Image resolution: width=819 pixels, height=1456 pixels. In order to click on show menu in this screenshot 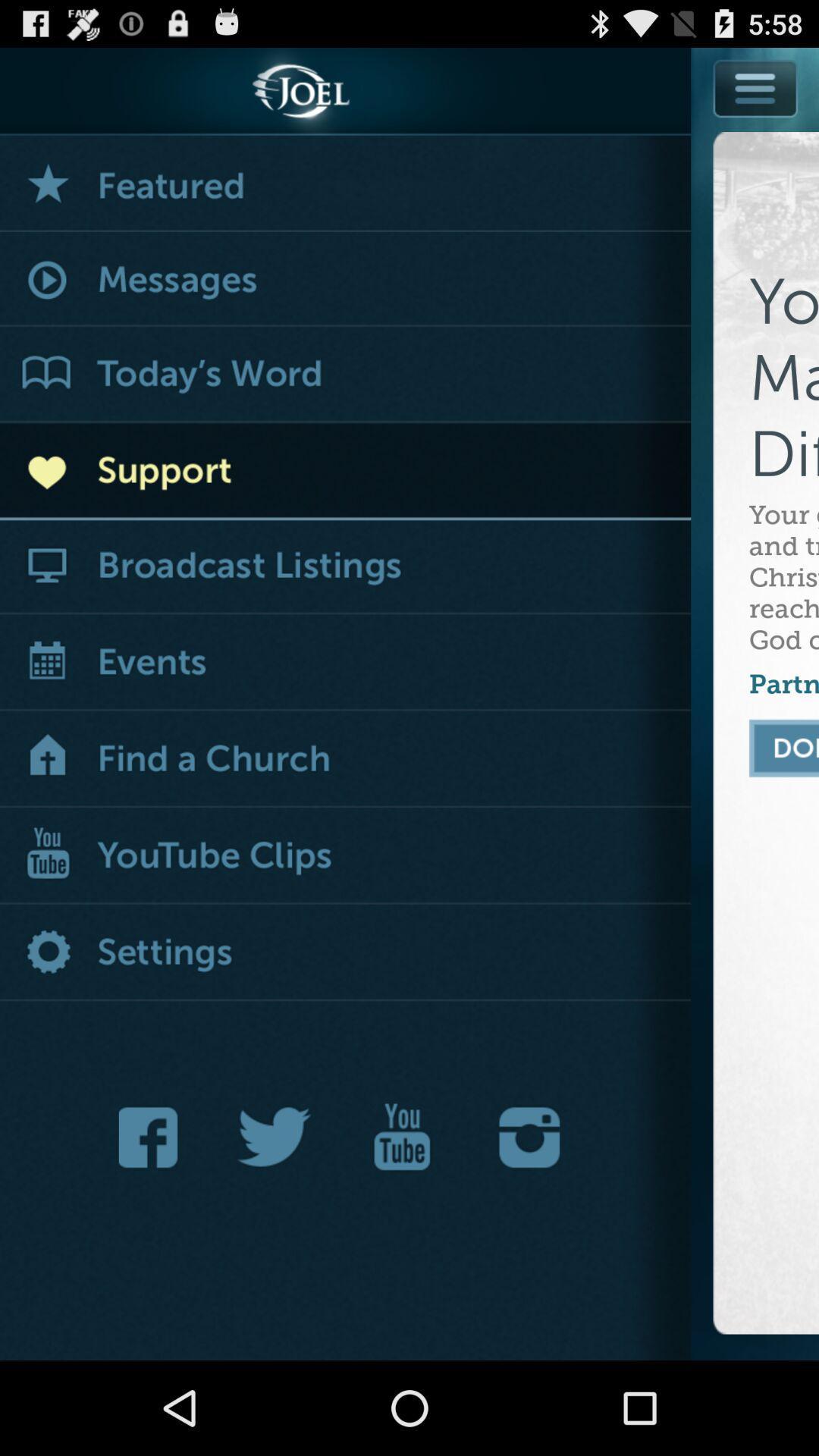, I will do `click(755, 122)`.